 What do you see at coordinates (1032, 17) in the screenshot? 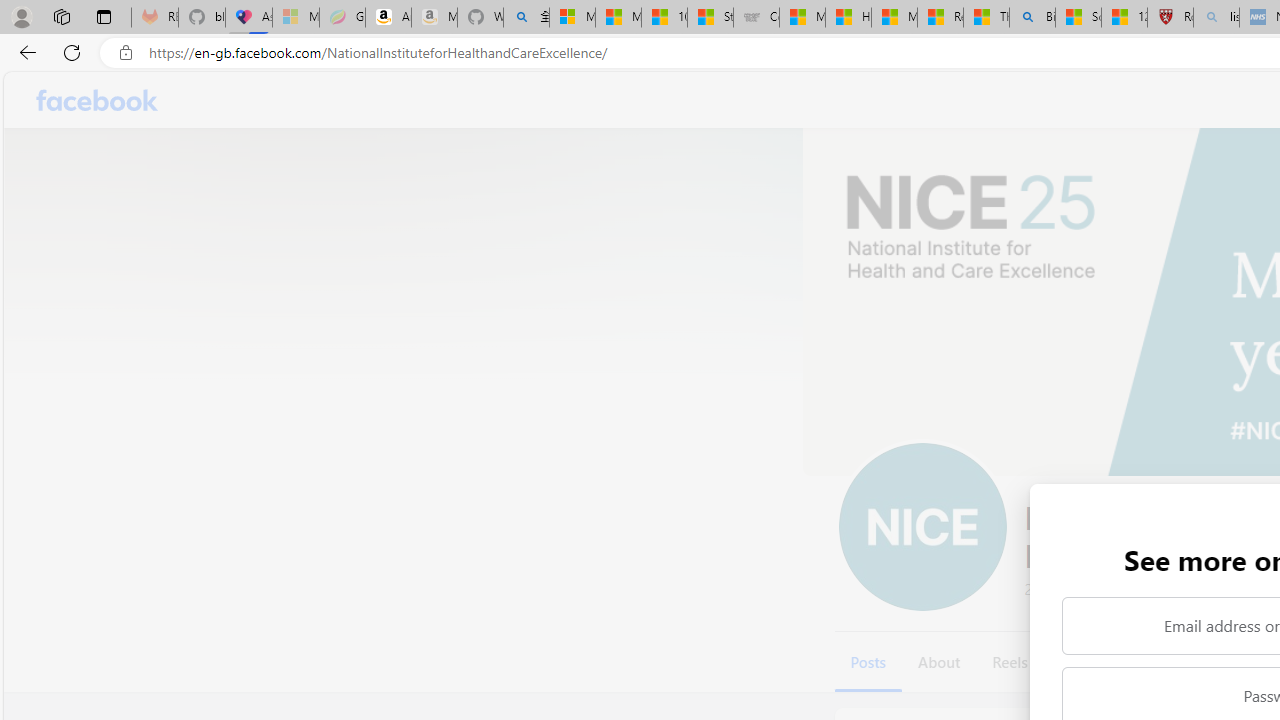
I see `'Bing'` at bounding box center [1032, 17].